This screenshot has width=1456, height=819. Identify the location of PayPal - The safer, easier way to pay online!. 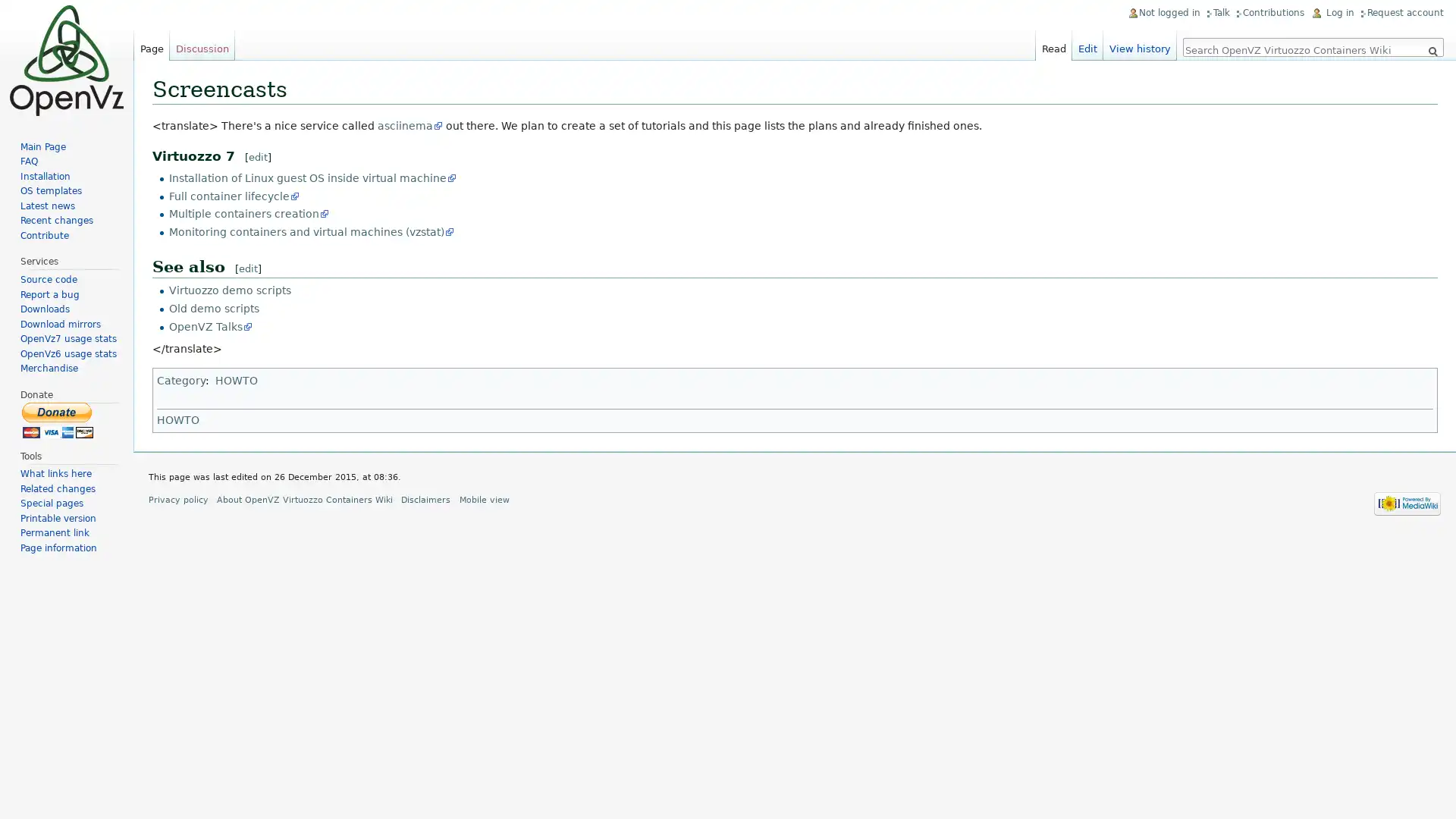
(58, 419).